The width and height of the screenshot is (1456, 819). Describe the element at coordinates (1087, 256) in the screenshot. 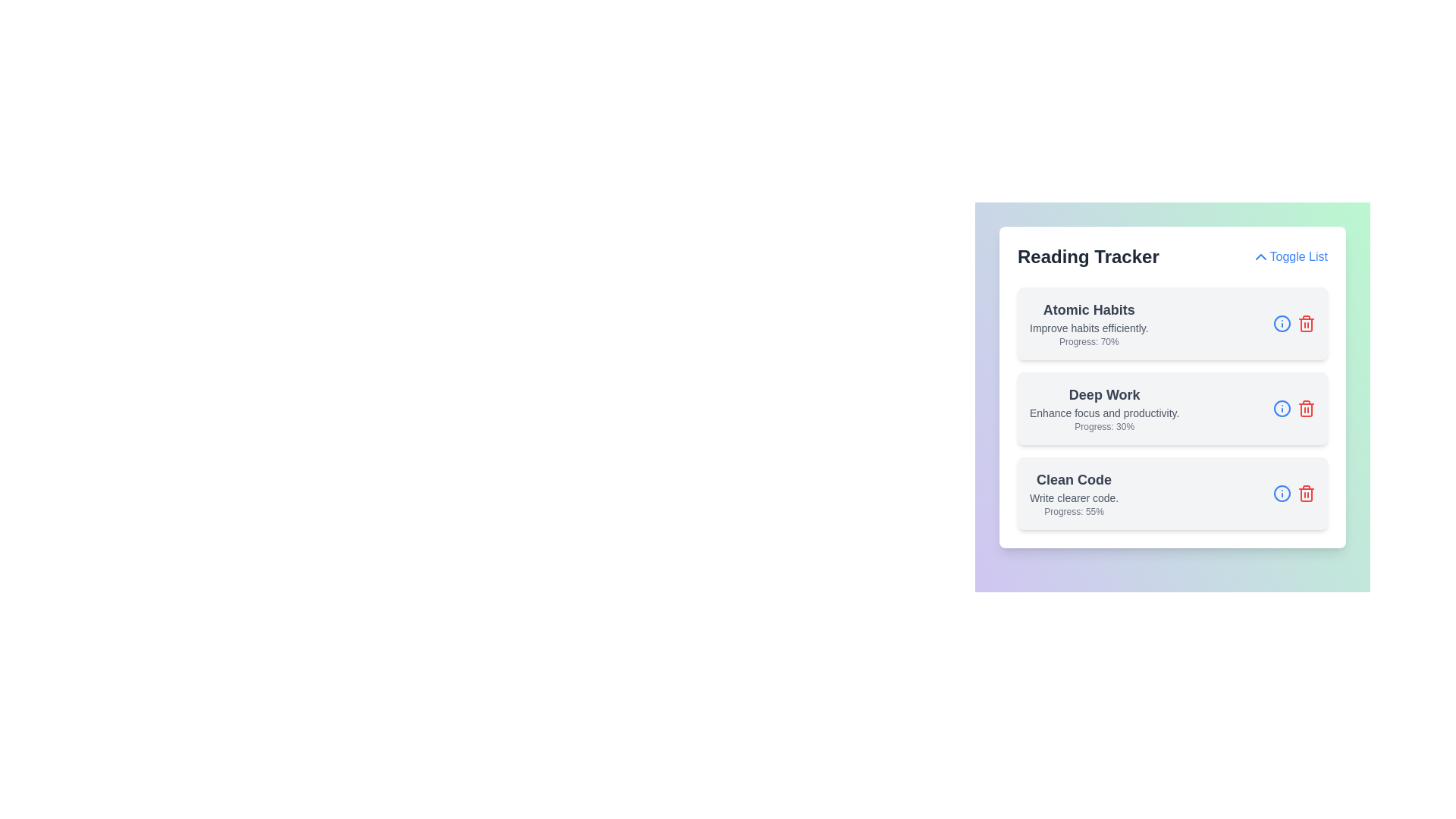

I see `the 'Reading Tracker' text label, which is bold and large, located at the top left of its panel` at that location.